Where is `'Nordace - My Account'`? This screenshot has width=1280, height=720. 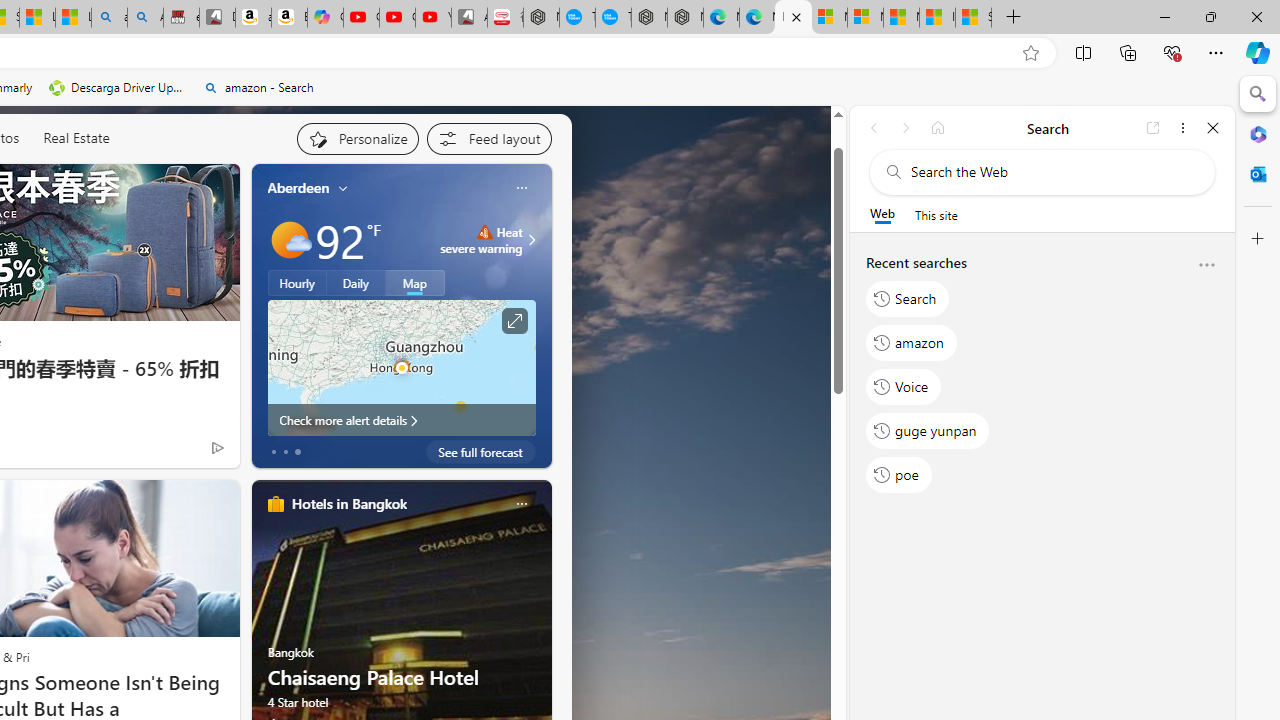
'Nordace - My Account' is located at coordinates (541, 17).